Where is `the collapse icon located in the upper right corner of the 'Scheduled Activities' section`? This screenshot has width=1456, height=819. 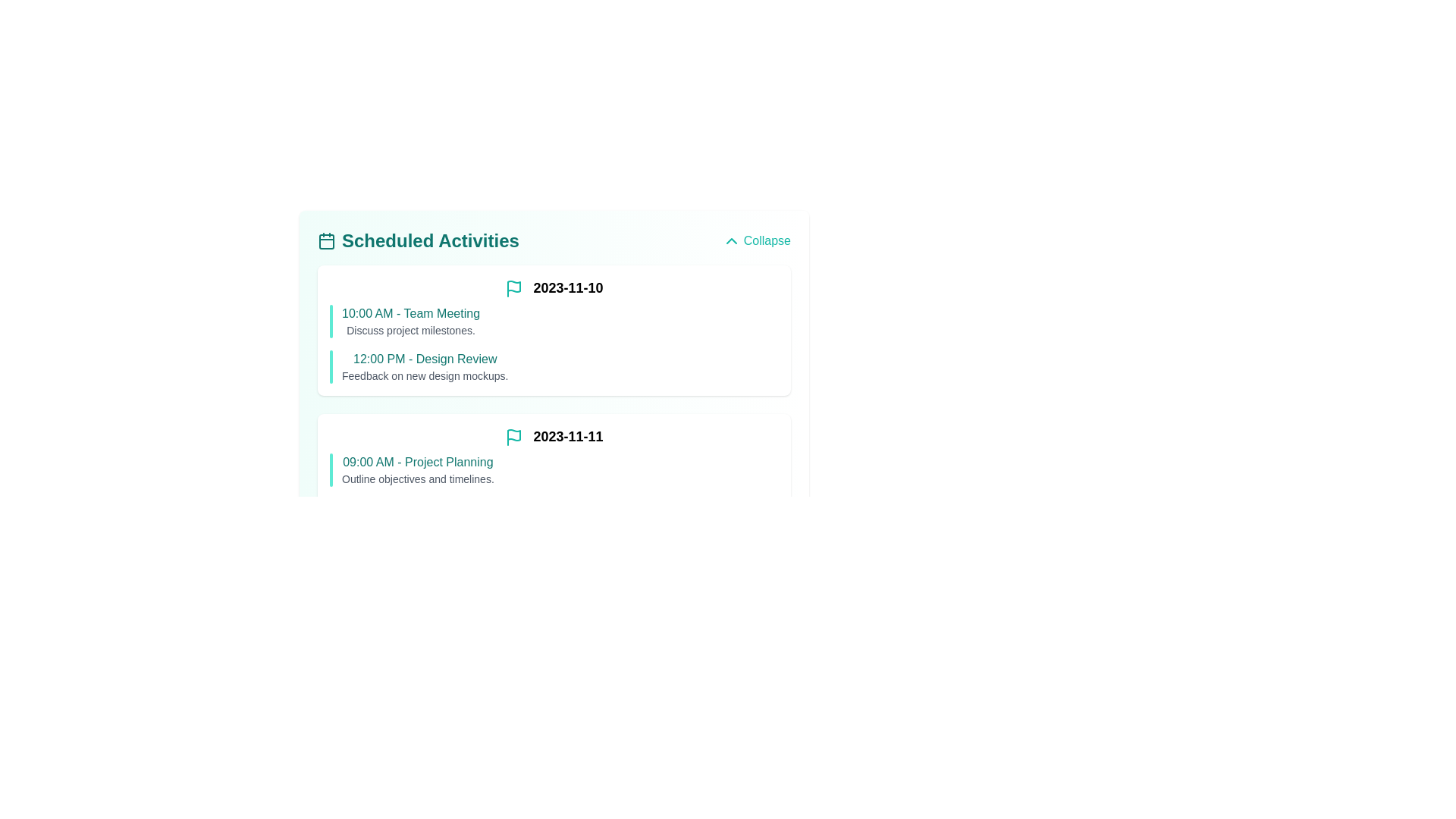
the collapse icon located in the upper right corner of the 'Scheduled Activities' section is located at coordinates (731, 240).